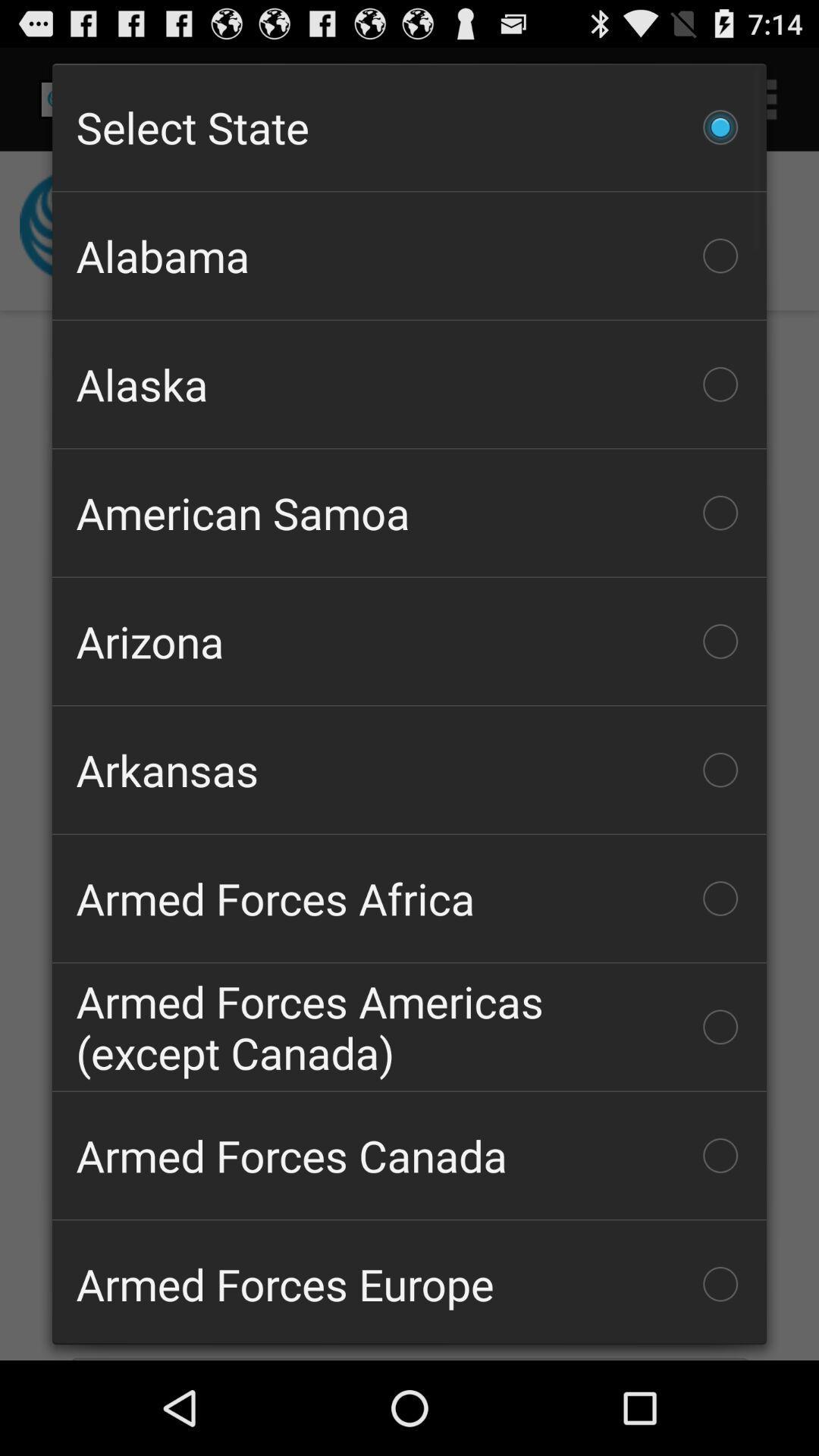  What do you see at coordinates (409, 127) in the screenshot?
I see `the icon above alabama item` at bounding box center [409, 127].